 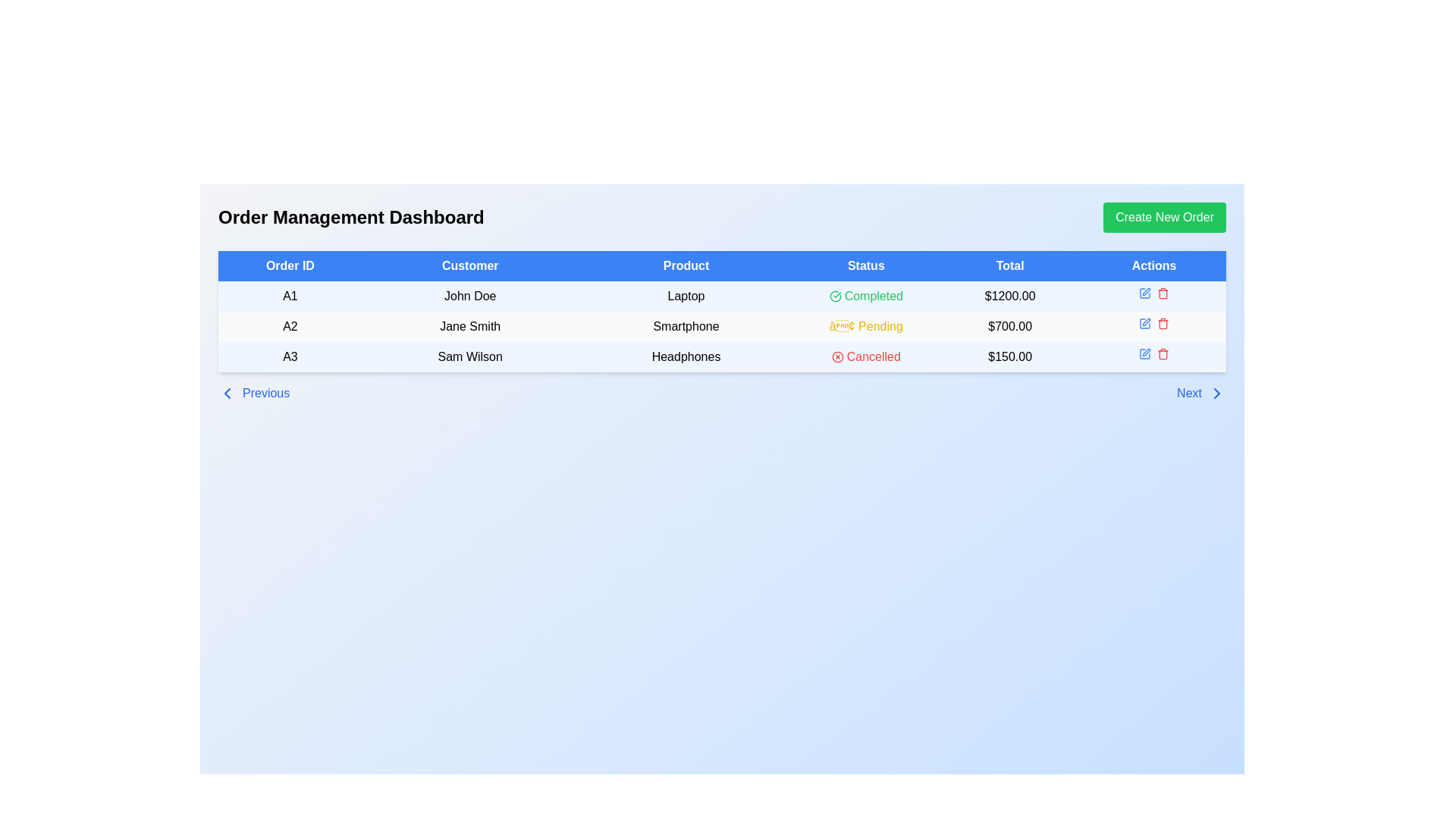 I want to click on the Text Display that shows the product name for the customer 'John Doe' in the 'Product' column, so click(x=686, y=296).